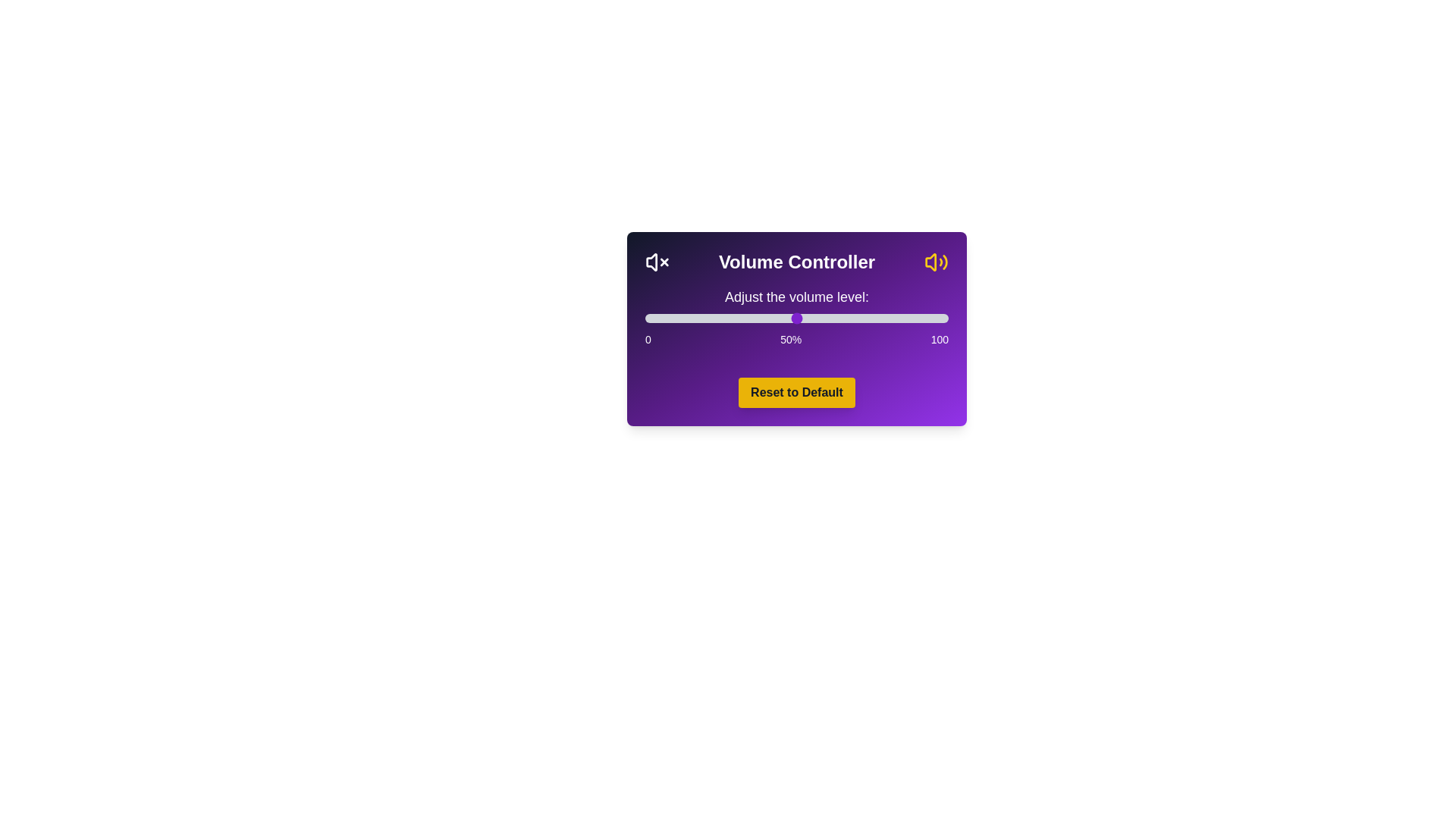 The image size is (1456, 819). Describe the element at coordinates (826, 318) in the screenshot. I see `the volume slider to set the volume to 60%` at that location.